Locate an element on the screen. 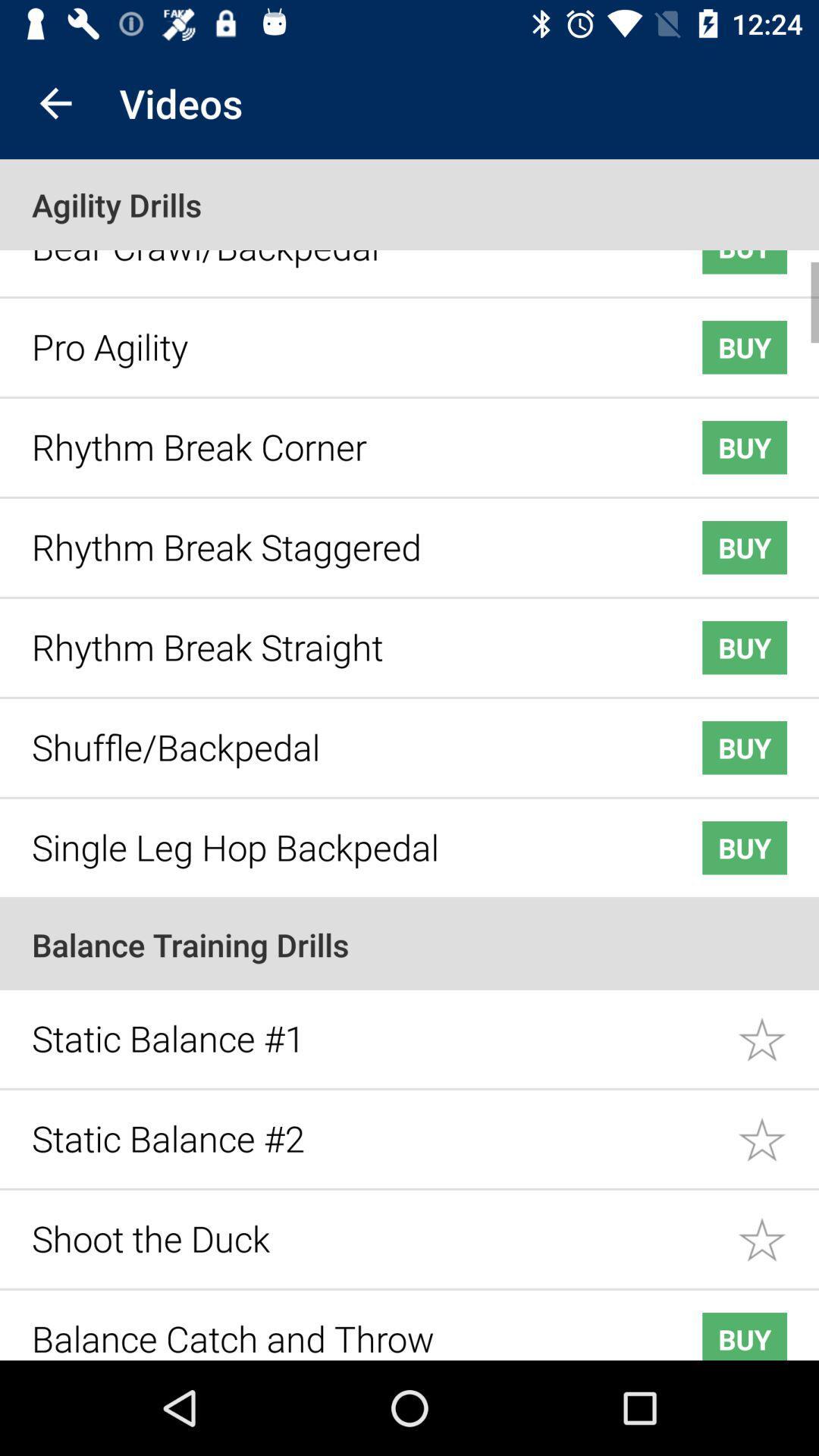 The height and width of the screenshot is (1456, 819). the icon below the shoot the duck is located at coordinates (343, 1326).